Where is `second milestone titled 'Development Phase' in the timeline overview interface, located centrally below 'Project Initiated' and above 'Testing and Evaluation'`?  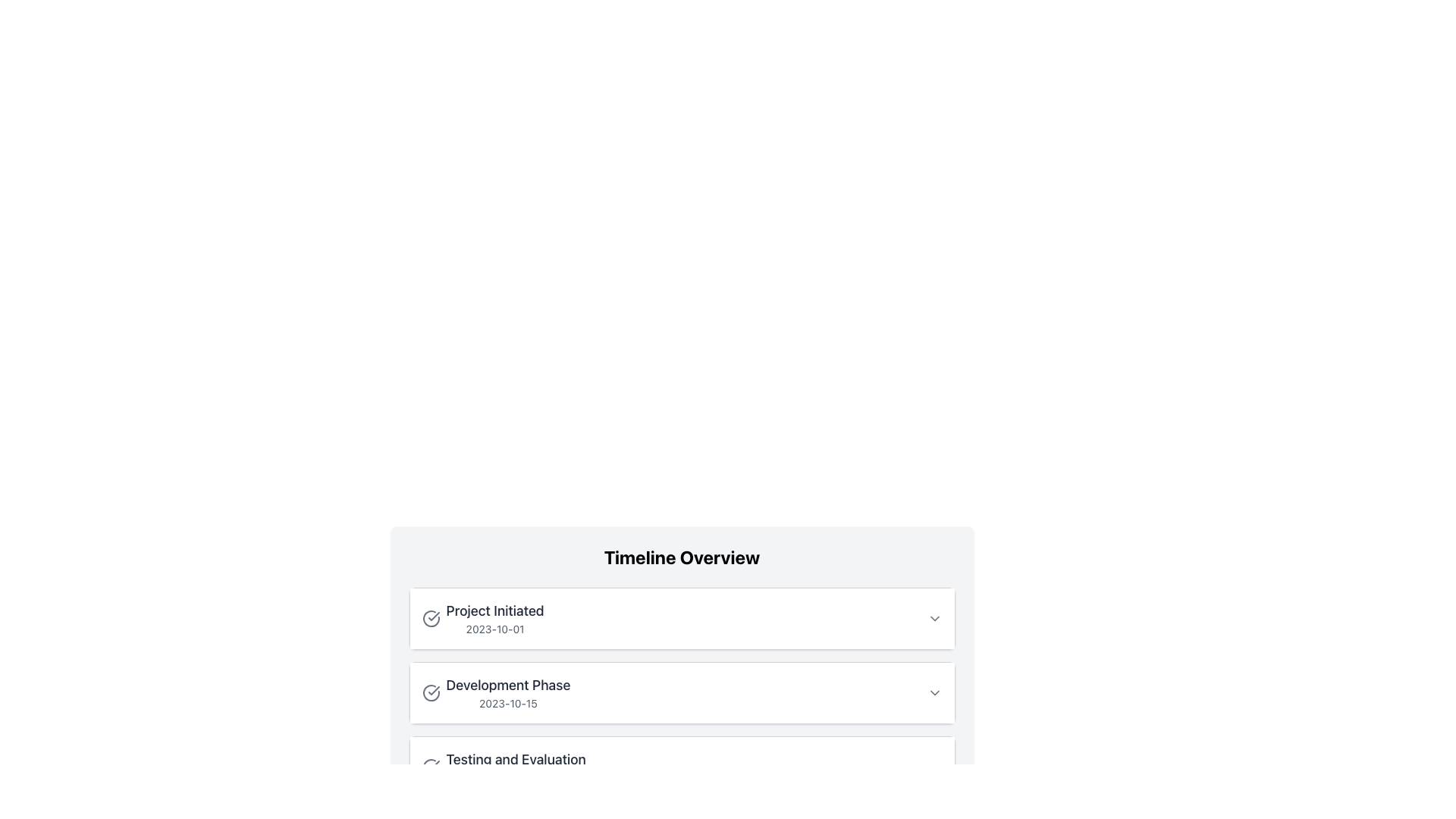 second milestone titled 'Development Phase' in the timeline overview interface, located centrally below 'Project Initiated' and above 'Testing and Evaluation' is located at coordinates (681, 693).